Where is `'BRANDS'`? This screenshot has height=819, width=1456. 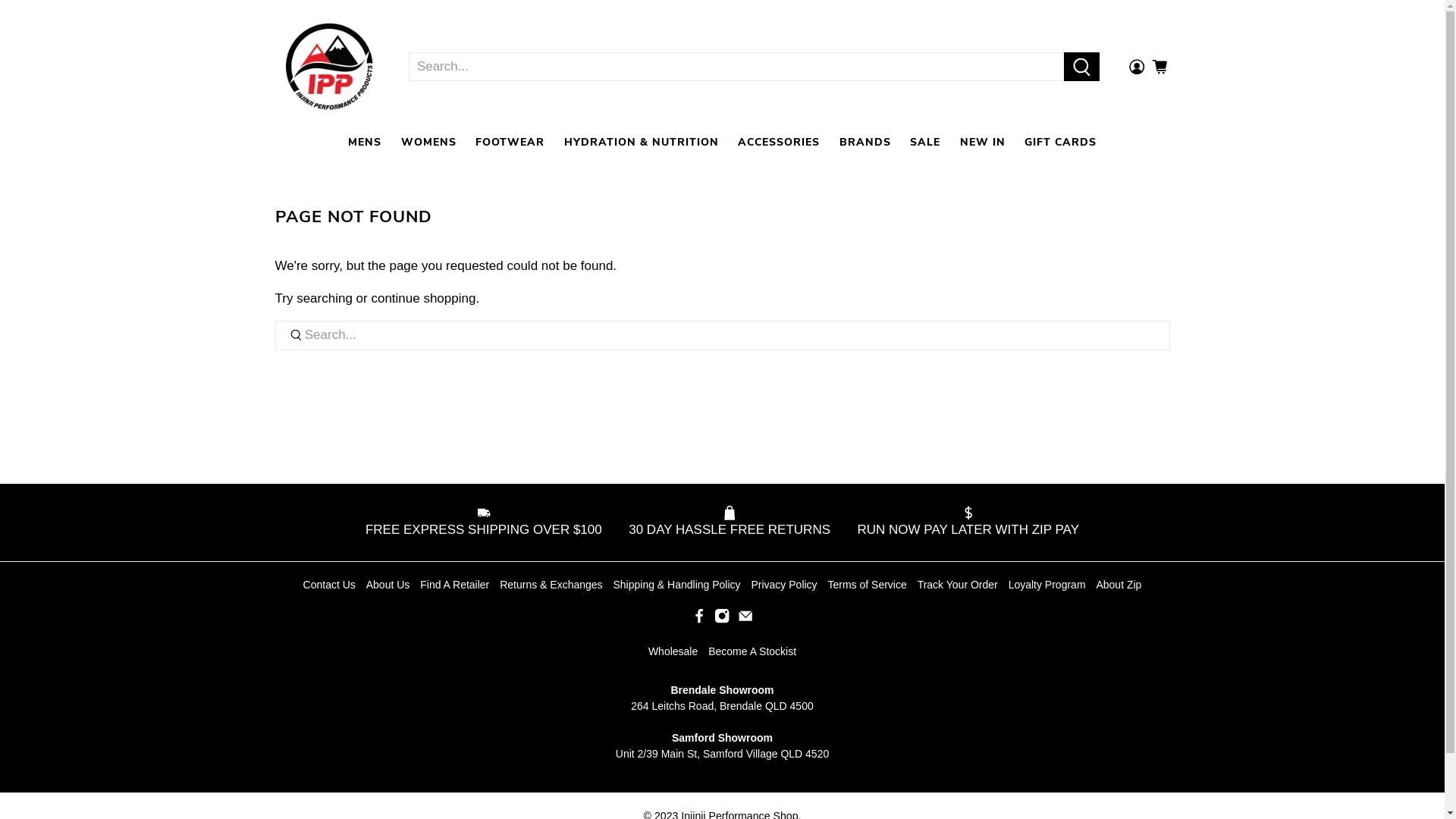
'BRANDS' is located at coordinates (865, 142).